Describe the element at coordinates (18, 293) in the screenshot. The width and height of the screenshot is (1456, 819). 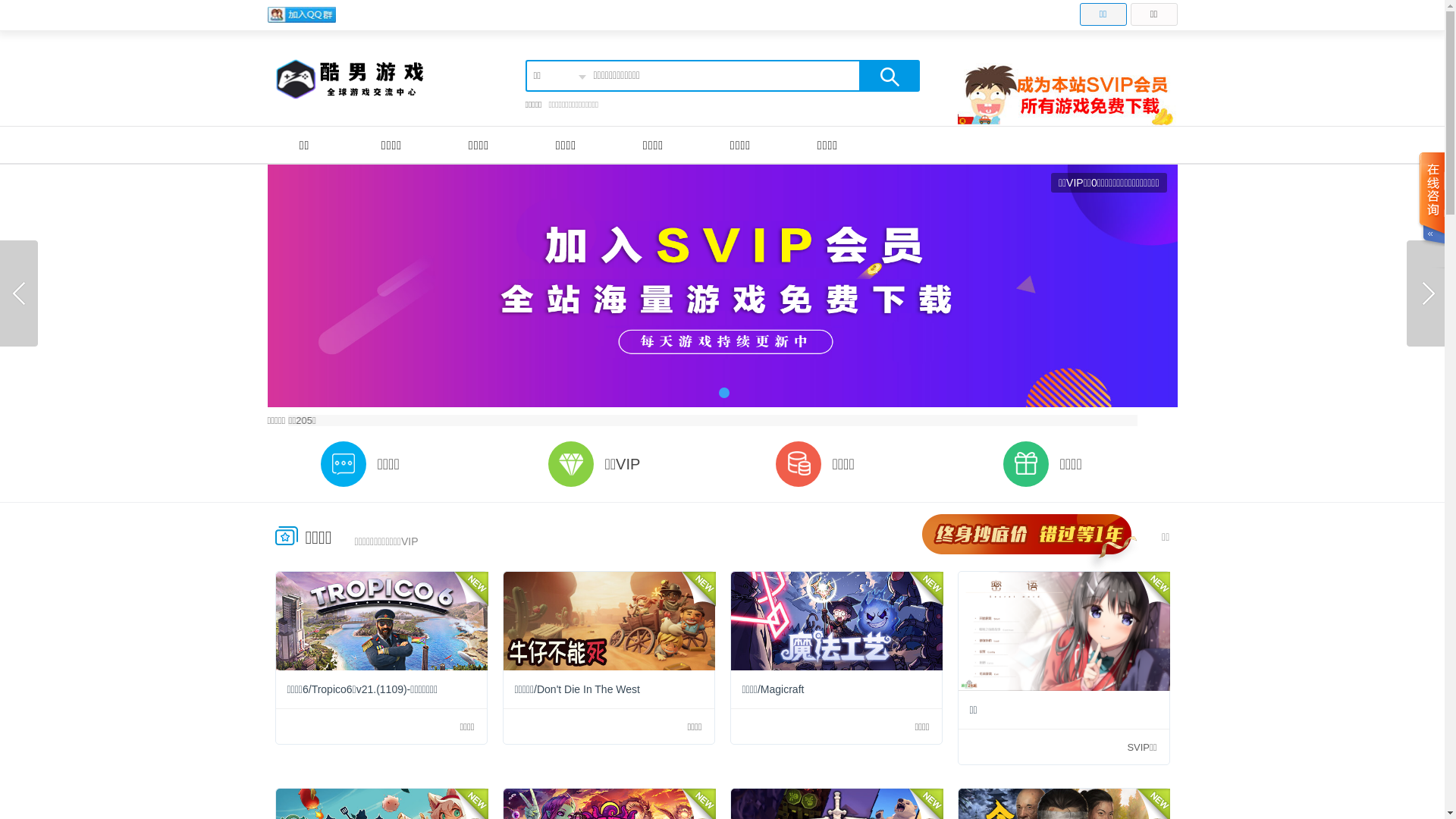
I see `'prev'` at that location.